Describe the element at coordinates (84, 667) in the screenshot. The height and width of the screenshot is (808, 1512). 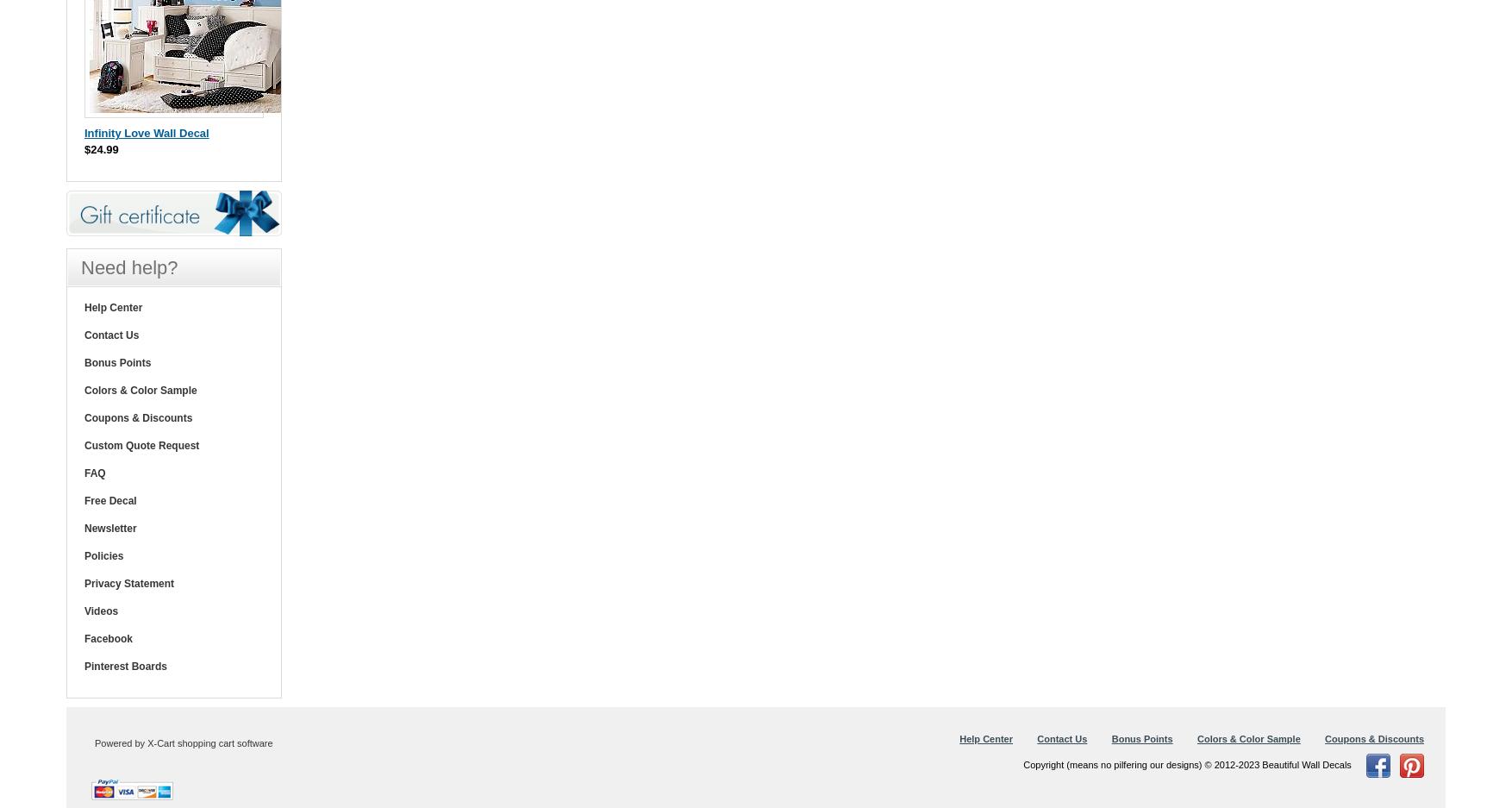
I see `'Pinterest Boards'` at that location.